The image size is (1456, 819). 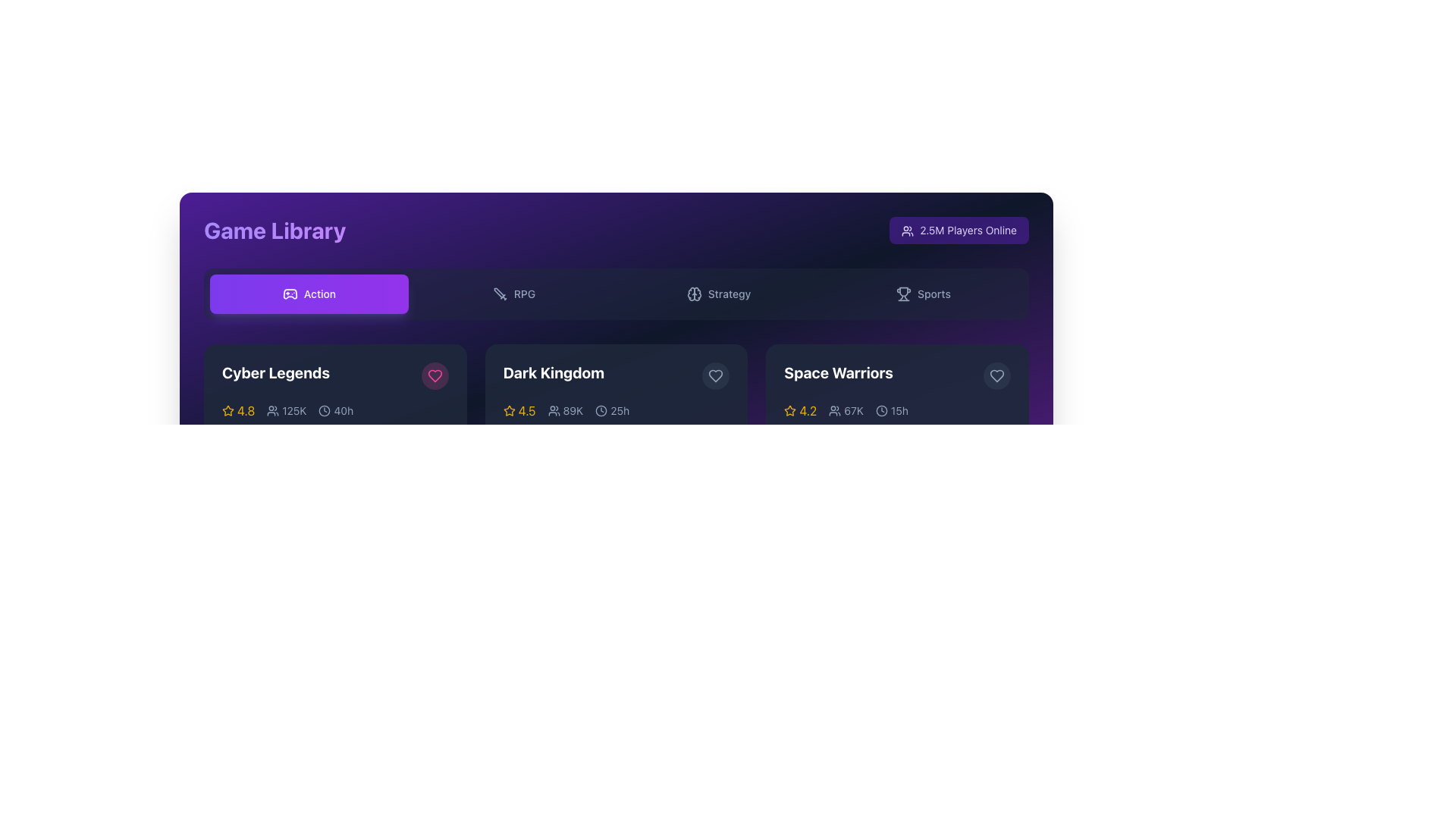 I want to click on the text and icon pair displaying '40h', which is located in the bottom row of the 'Cyber Legends' card, positioned after the user count '125K', so click(x=334, y=411).